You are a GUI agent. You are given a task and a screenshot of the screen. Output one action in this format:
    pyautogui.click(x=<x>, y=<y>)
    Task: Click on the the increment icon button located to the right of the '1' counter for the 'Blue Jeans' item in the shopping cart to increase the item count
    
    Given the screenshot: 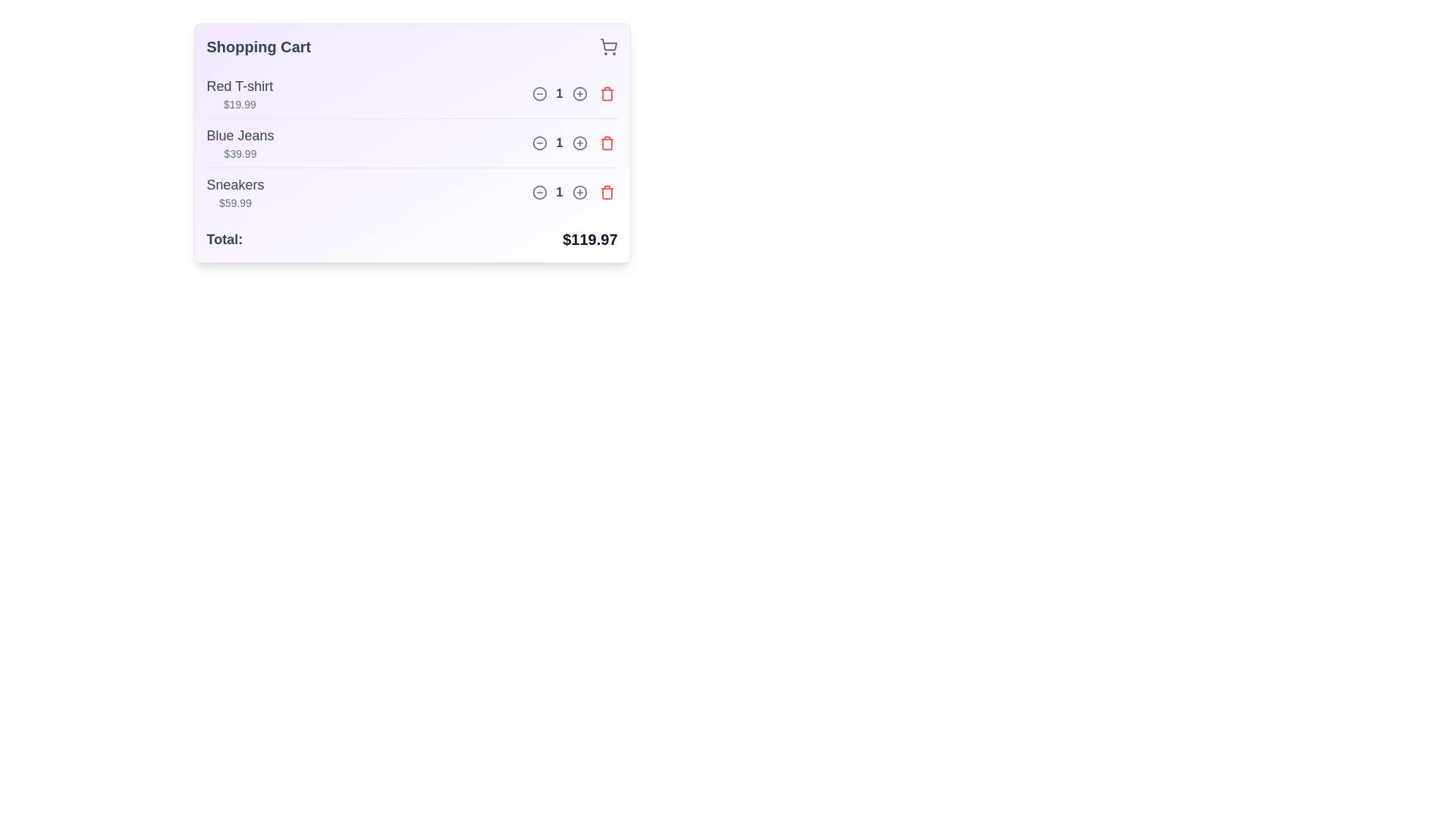 What is the action you would take?
    pyautogui.click(x=579, y=143)
    